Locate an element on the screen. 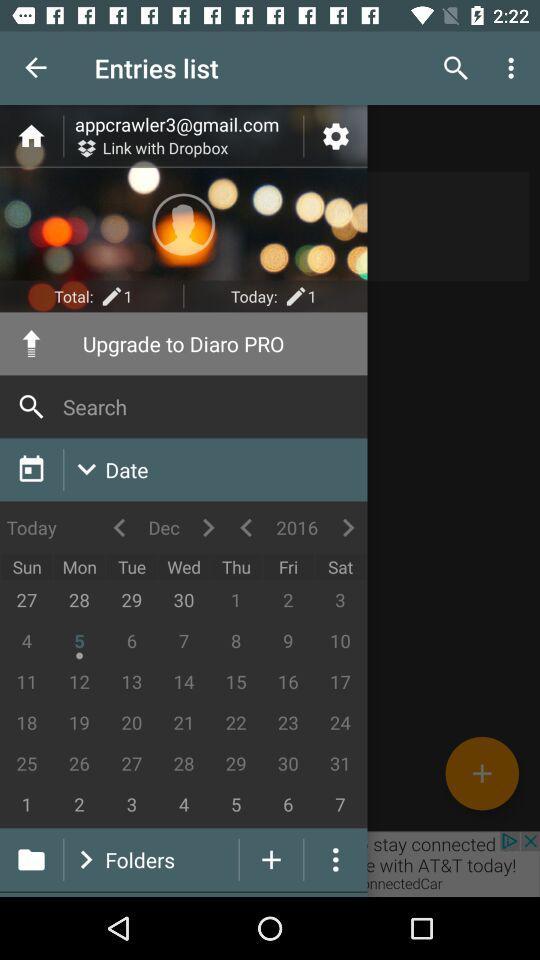 The height and width of the screenshot is (960, 540). the icon that has the text link with dropbox right to it is located at coordinates (85, 147).